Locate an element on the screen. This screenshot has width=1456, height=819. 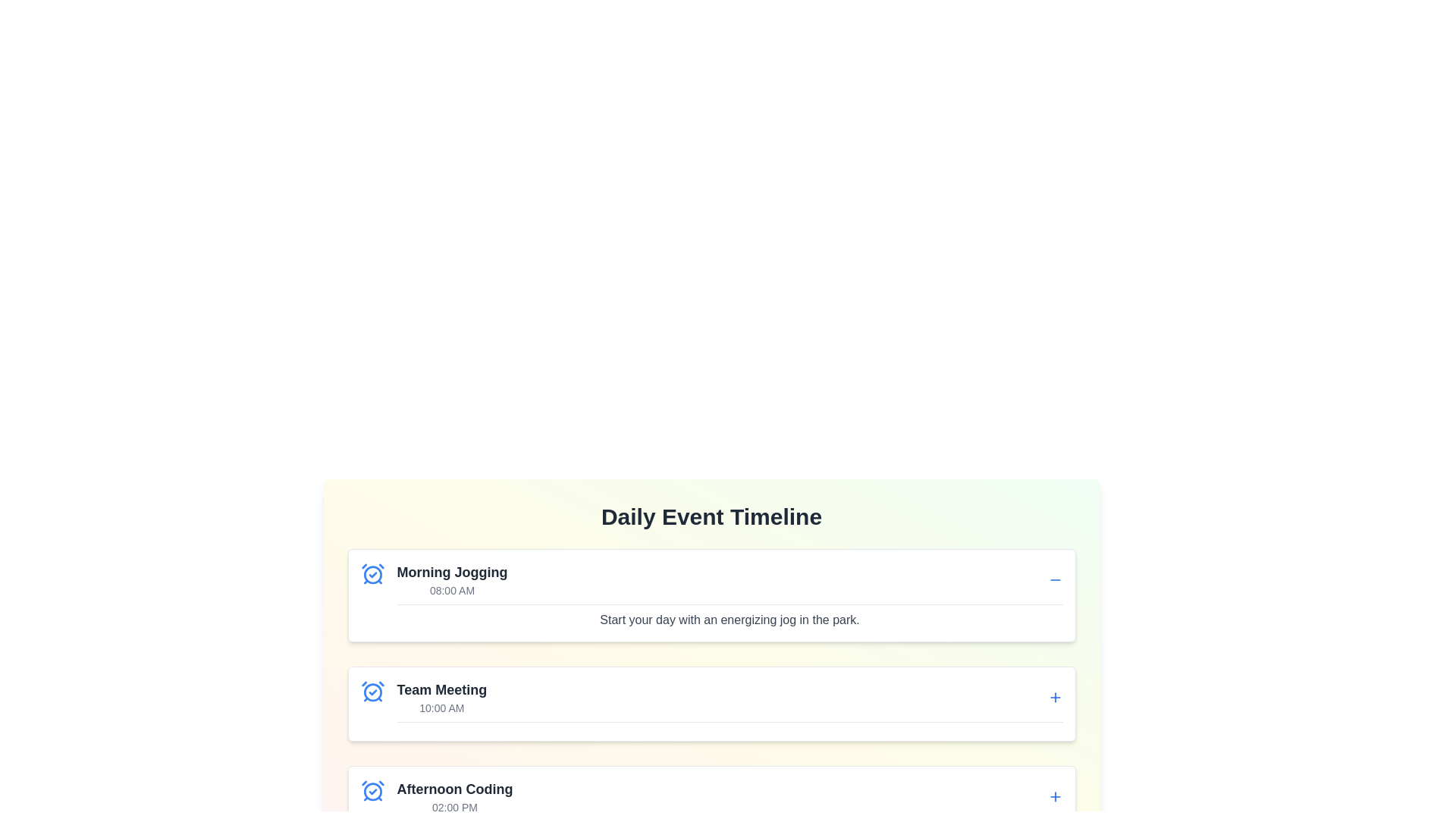
the 'Morning Jogging' Activity Card, which is the first card in the vertical list of activities is located at coordinates (711, 595).